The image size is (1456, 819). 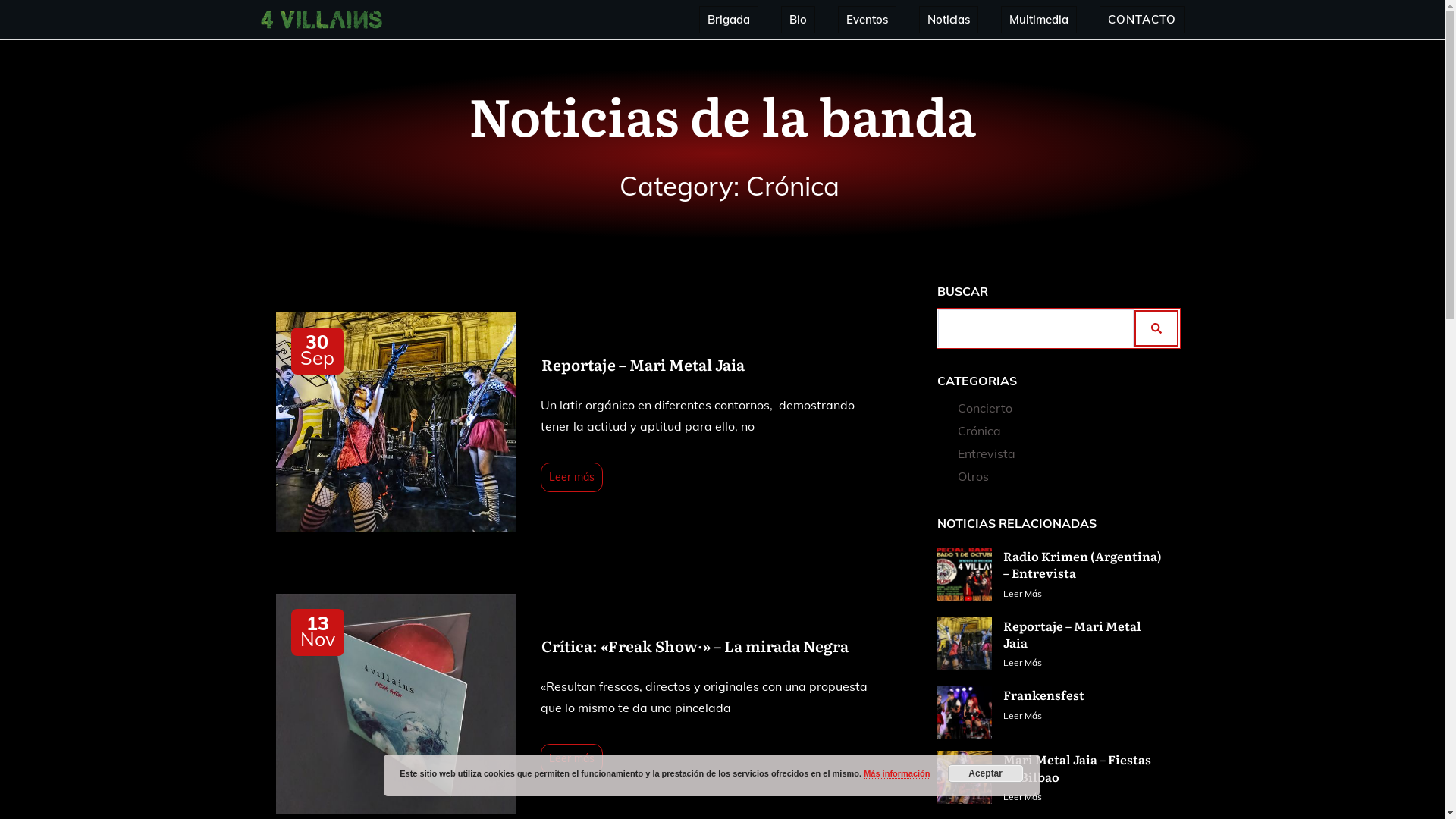 What do you see at coordinates (796, 20) in the screenshot?
I see `'Bio'` at bounding box center [796, 20].